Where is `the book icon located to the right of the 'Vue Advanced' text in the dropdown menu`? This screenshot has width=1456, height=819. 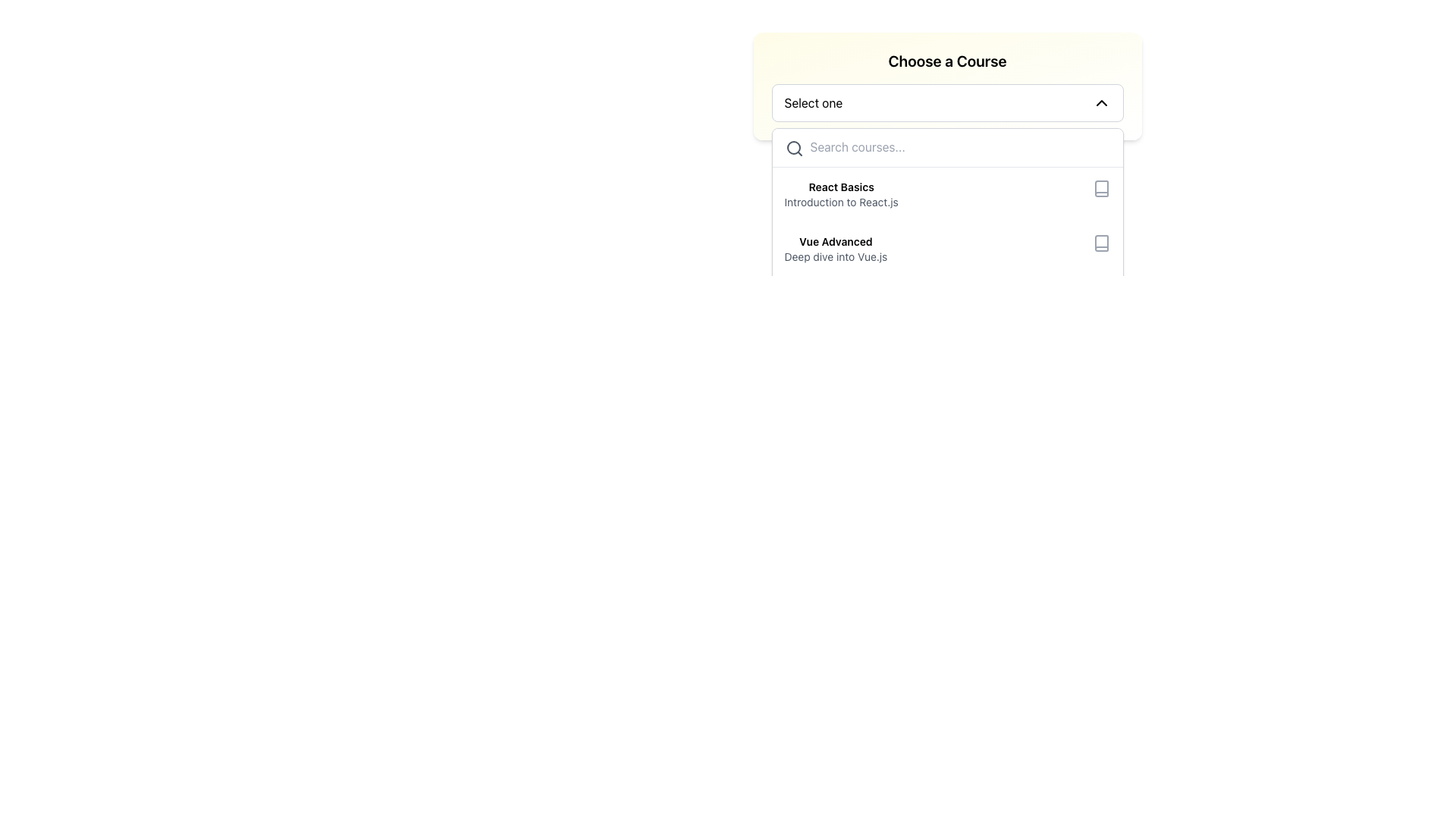 the book icon located to the right of the 'Vue Advanced' text in the dropdown menu is located at coordinates (1101, 242).